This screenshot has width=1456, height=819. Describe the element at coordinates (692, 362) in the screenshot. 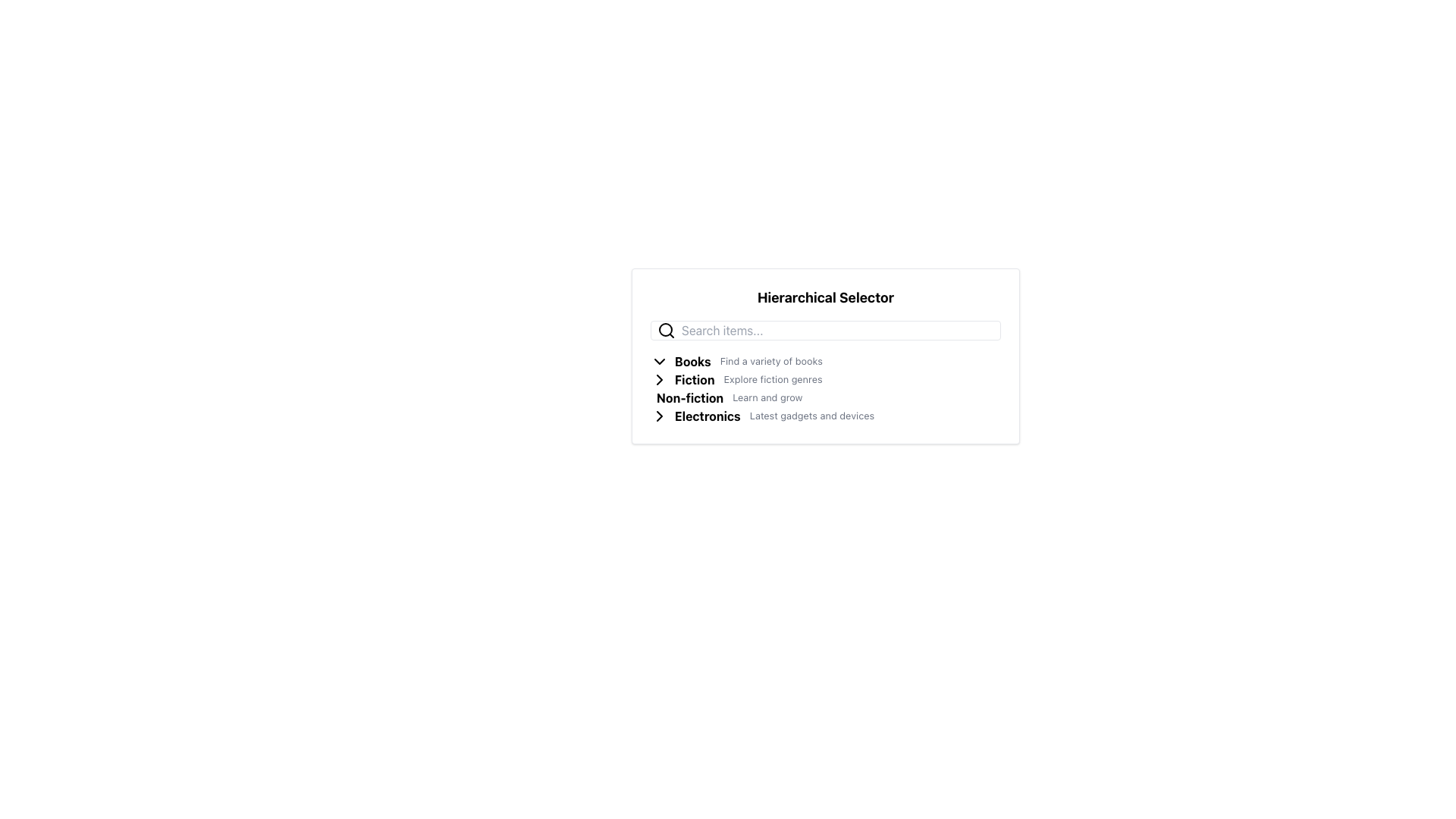

I see `the 'Books' text label in the hierarchical navigation menu` at that location.